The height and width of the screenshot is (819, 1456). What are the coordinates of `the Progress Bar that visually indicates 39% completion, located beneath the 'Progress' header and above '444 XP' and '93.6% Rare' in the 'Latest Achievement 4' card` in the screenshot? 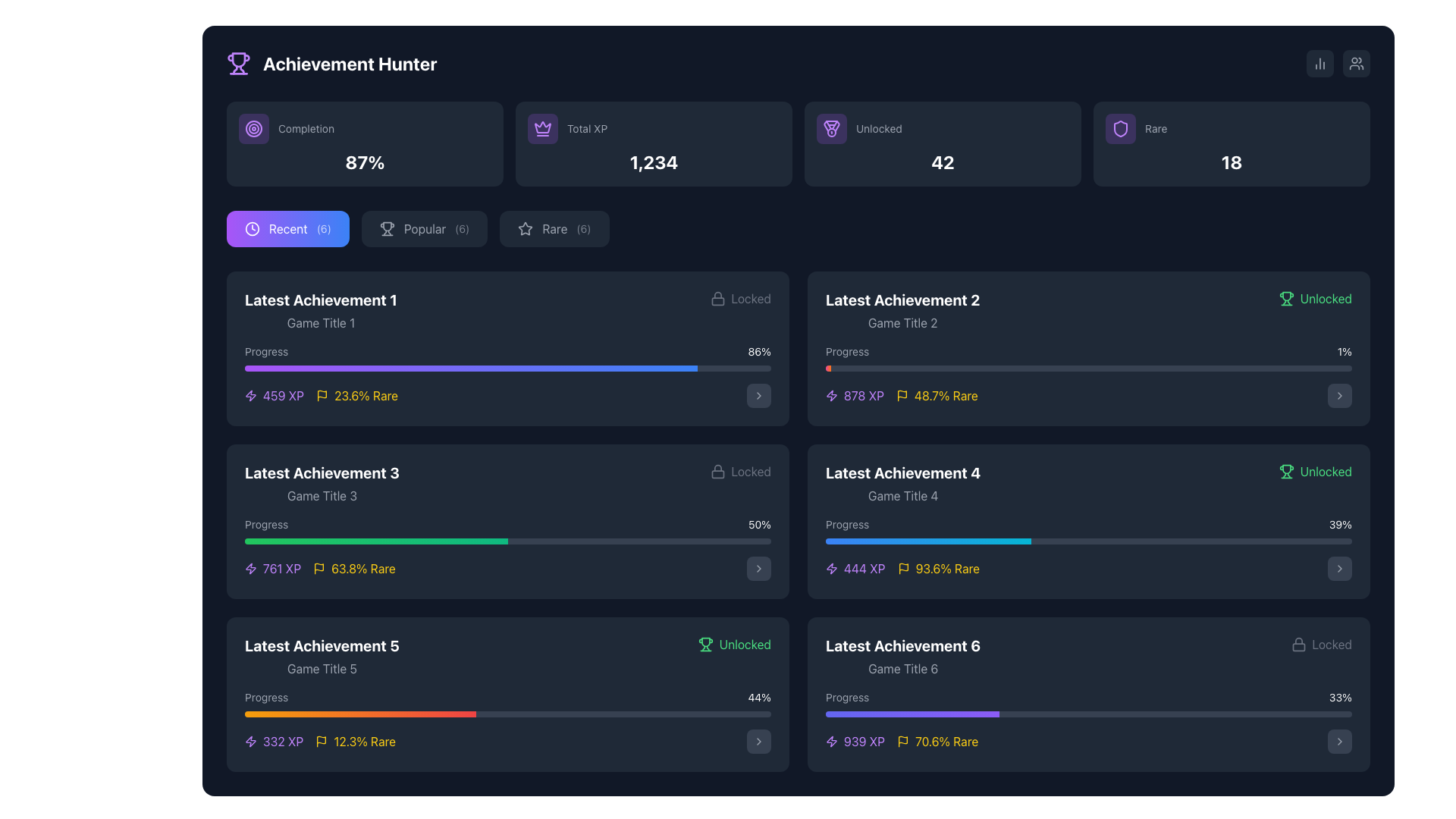 It's located at (1087, 549).